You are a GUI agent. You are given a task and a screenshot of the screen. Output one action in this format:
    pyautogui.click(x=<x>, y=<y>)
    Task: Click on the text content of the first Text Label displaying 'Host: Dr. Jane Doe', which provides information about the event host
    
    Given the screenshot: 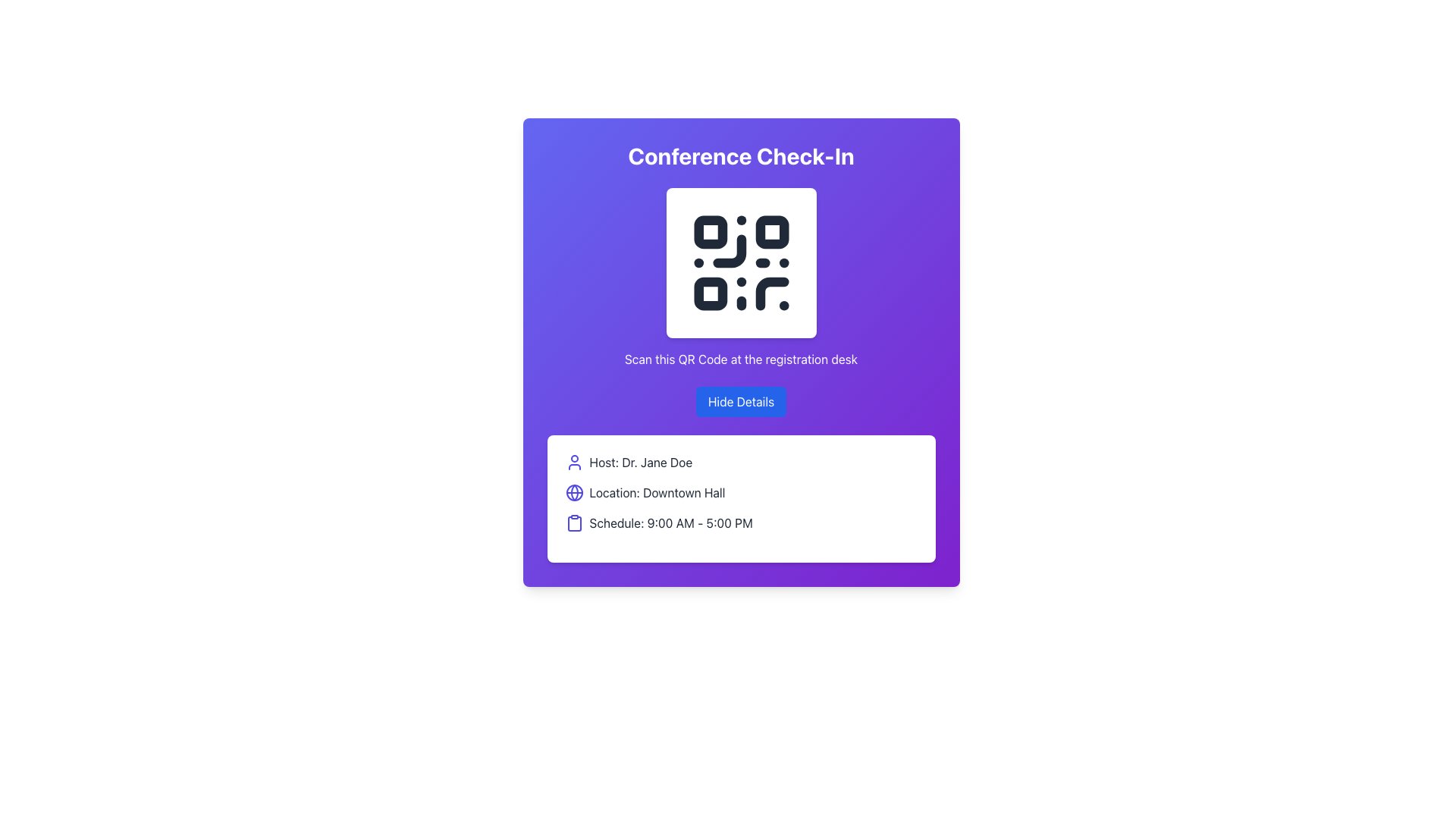 What is the action you would take?
    pyautogui.click(x=641, y=461)
    